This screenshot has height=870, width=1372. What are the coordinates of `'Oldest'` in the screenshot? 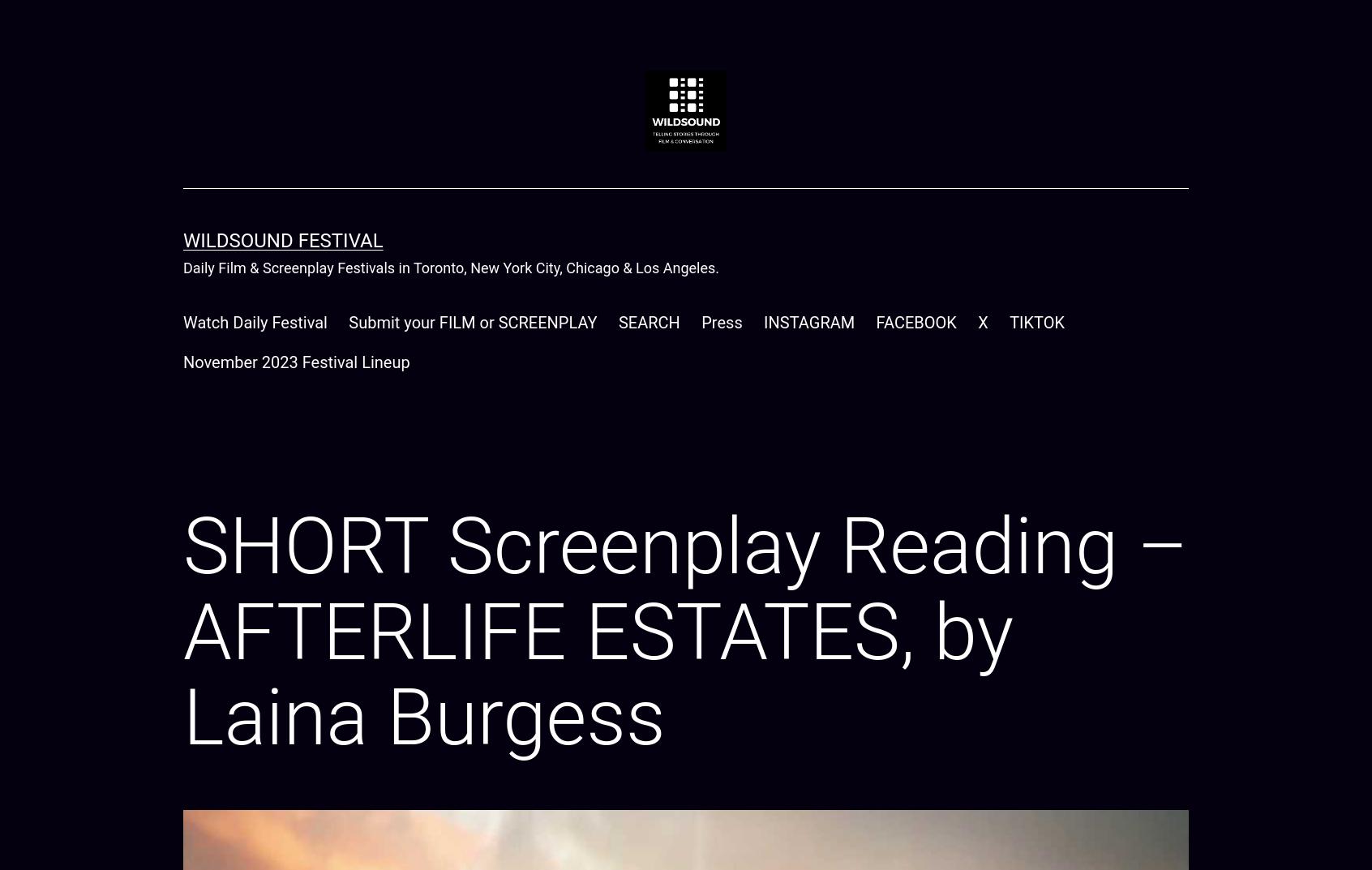 It's located at (979, 108).